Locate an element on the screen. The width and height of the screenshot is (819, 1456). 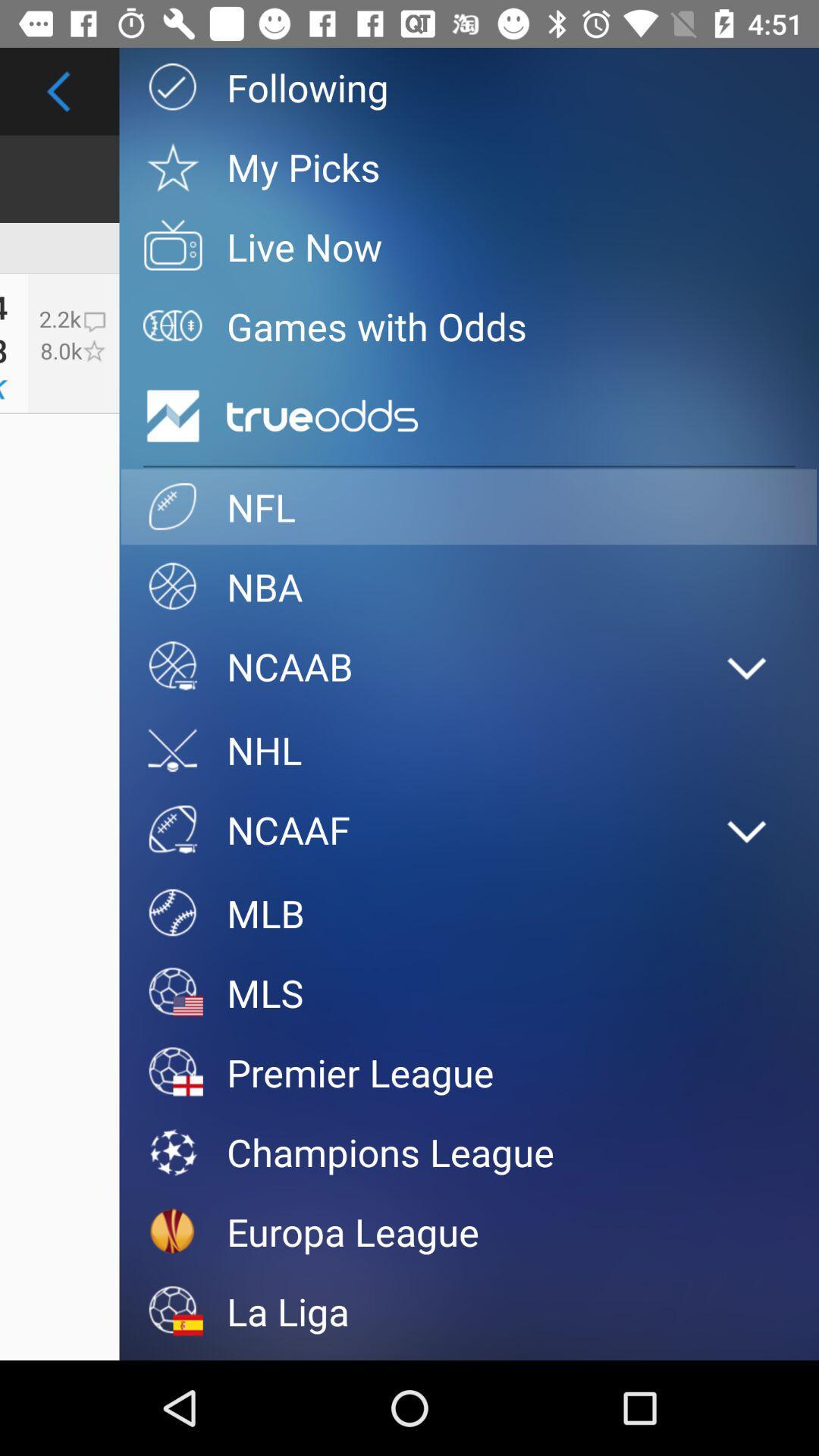
item above mls item is located at coordinates (468, 912).